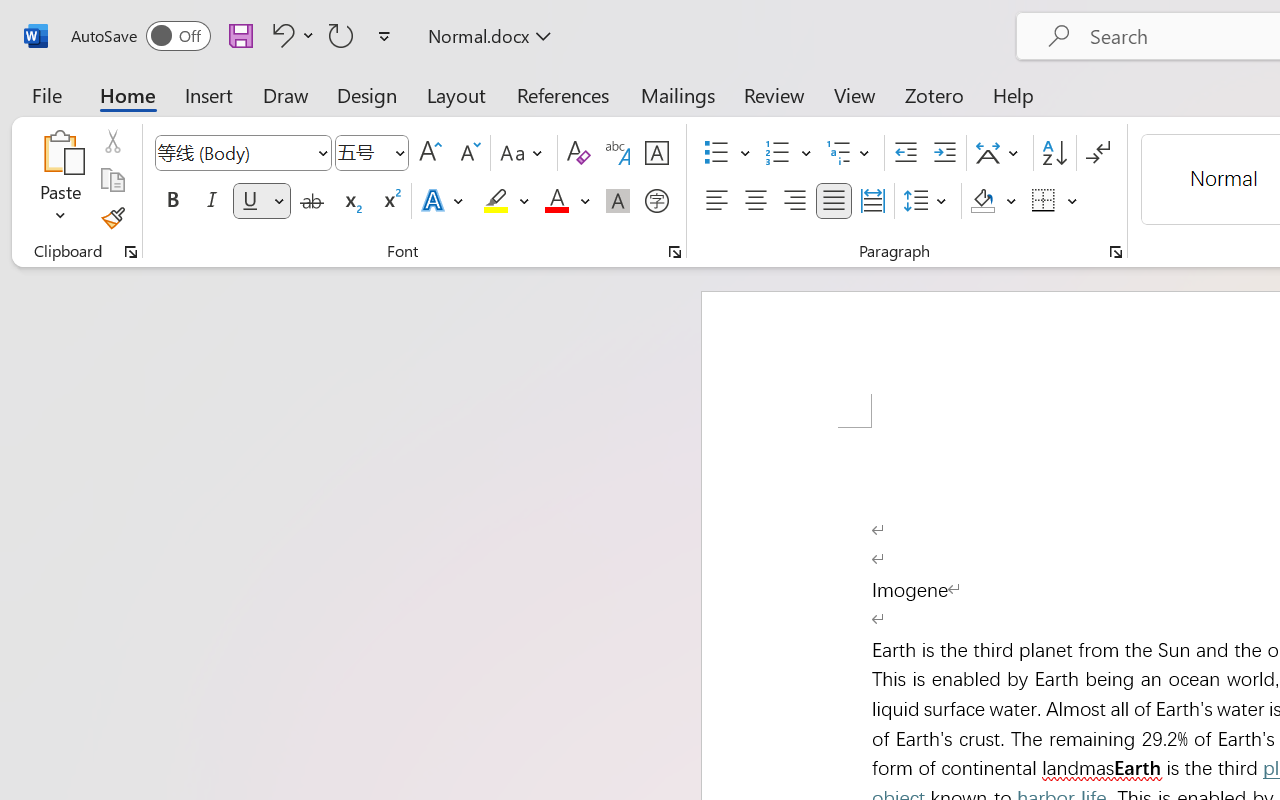 The image size is (1280, 800). What do you see at coordinates (716, 201) in the screenshot?
I see `'Align Left'` at bounding box center [716, 201].